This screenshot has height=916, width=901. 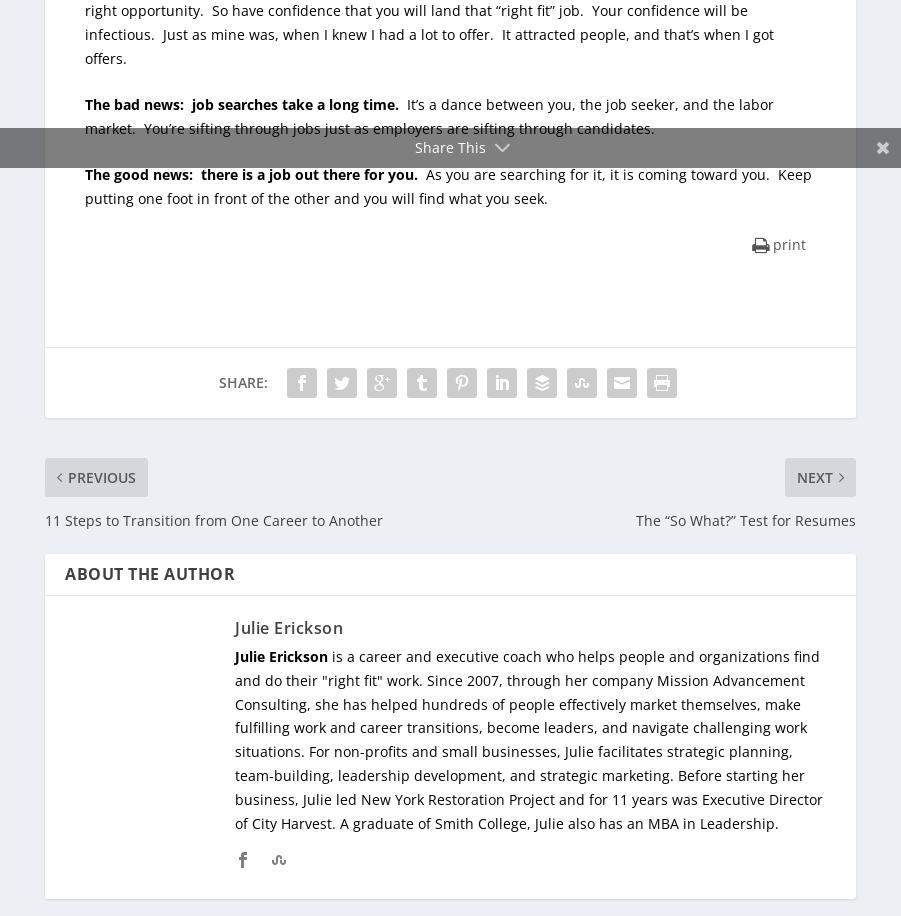 What do you see at coordinates (241, 102) in the screenshot?
I see `'The bad news:  job searches take a long time.'` at bounding box center [241, 102].